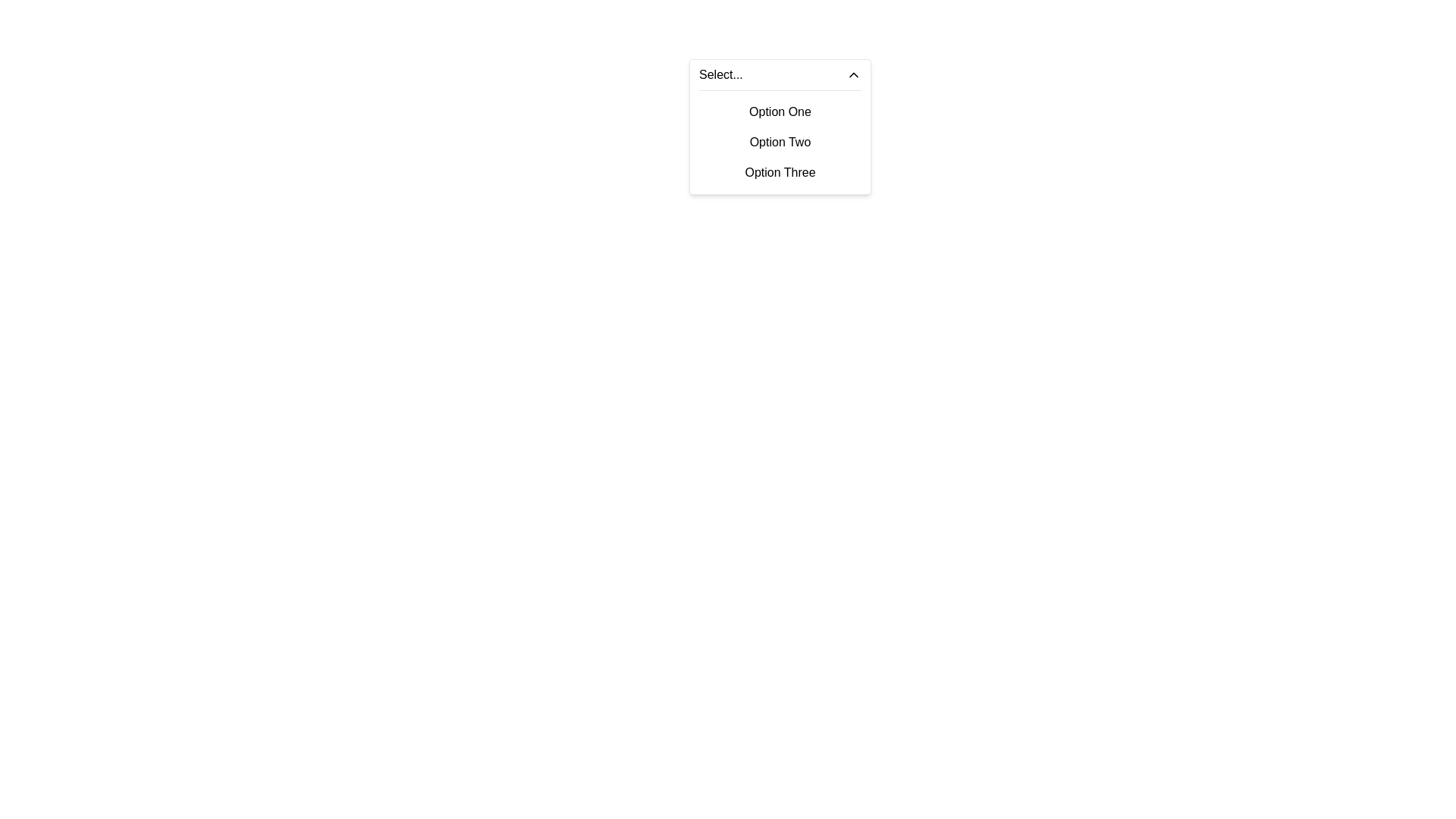  What do you see at coordinates (720, 75) in the screenshot?
I see `displayed text from the static label indicating the currently selected value in the dropdown menu, which shows 'Select...' to the left of the chevron icon` at bounding box center [720, 75].